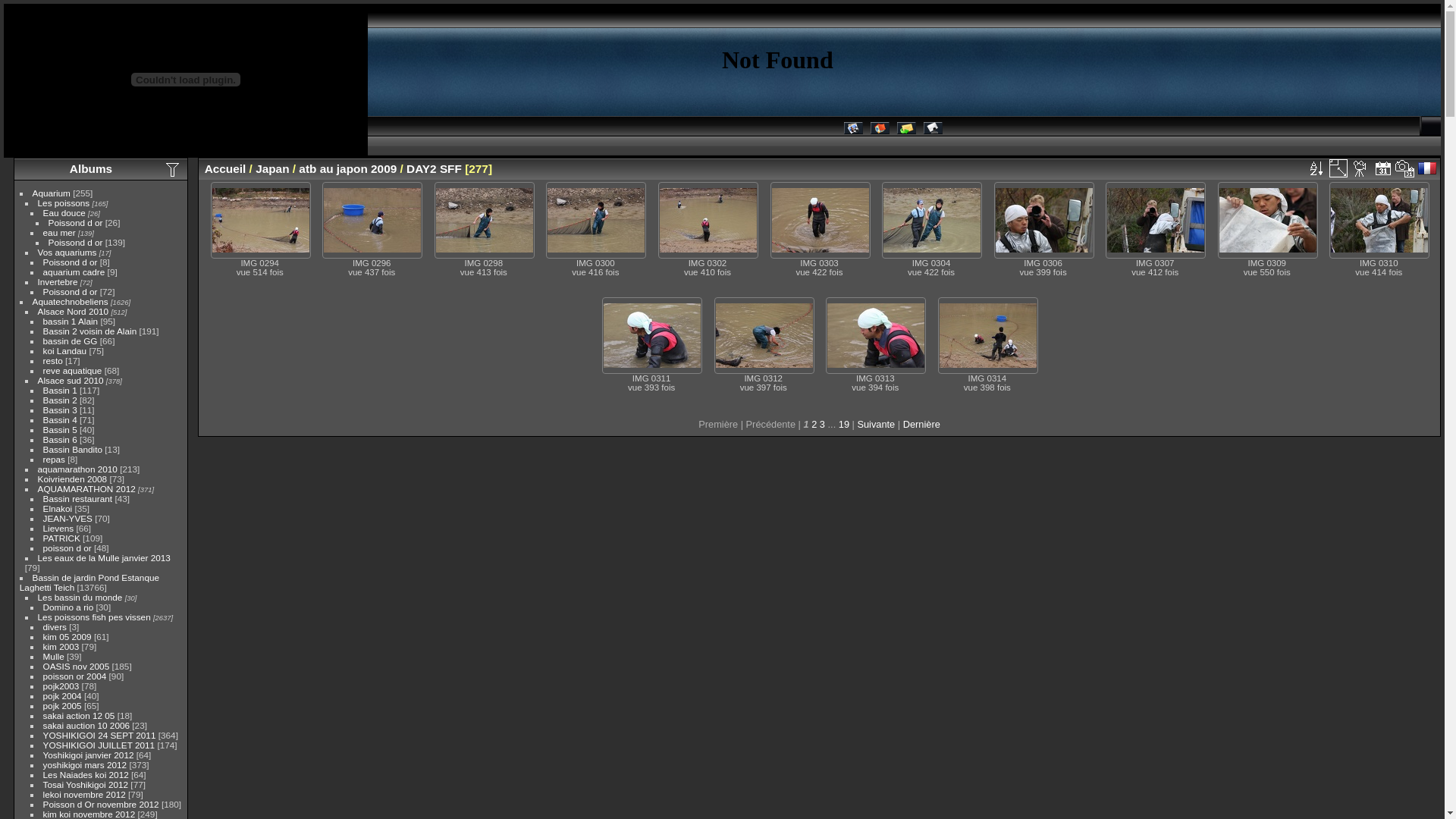  I want to click on 'Aquarium', so click(33, 192).